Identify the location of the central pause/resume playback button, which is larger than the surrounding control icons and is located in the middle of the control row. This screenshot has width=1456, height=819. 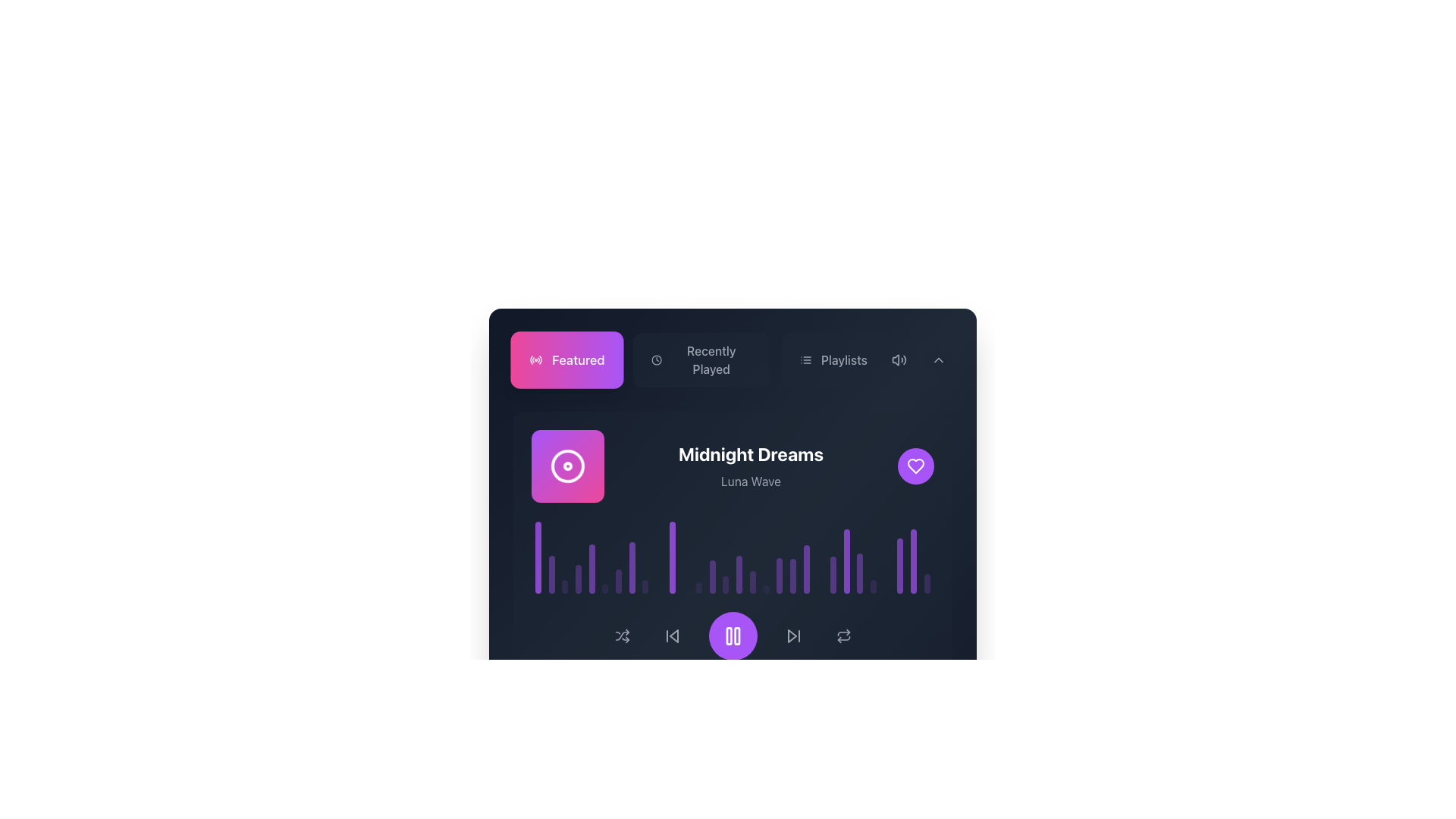
(733, 636).